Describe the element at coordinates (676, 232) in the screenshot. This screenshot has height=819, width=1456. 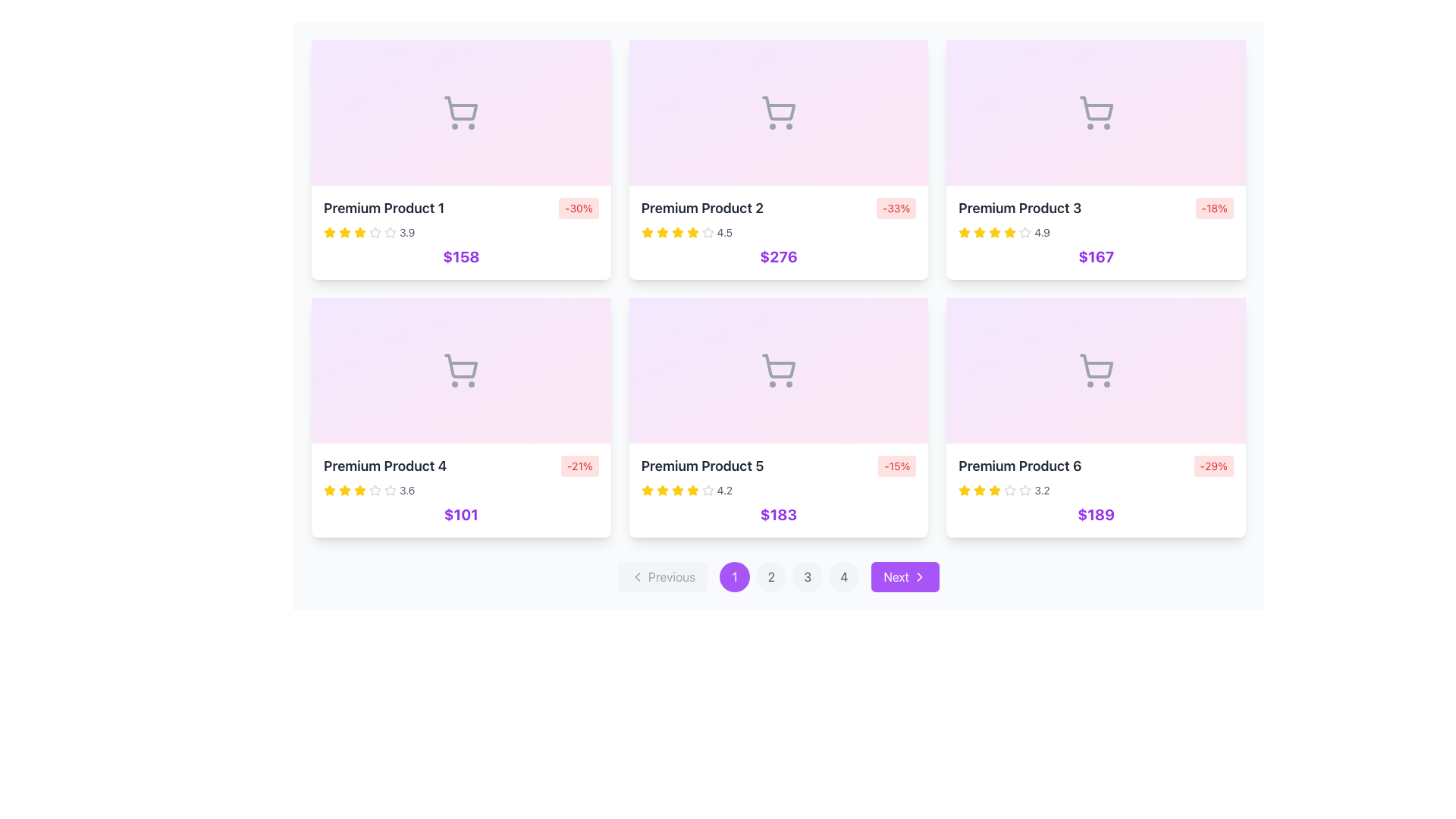
I see `the third yellow star icon in the rating scale of the second product card in the first row of the grid layout` at that location.